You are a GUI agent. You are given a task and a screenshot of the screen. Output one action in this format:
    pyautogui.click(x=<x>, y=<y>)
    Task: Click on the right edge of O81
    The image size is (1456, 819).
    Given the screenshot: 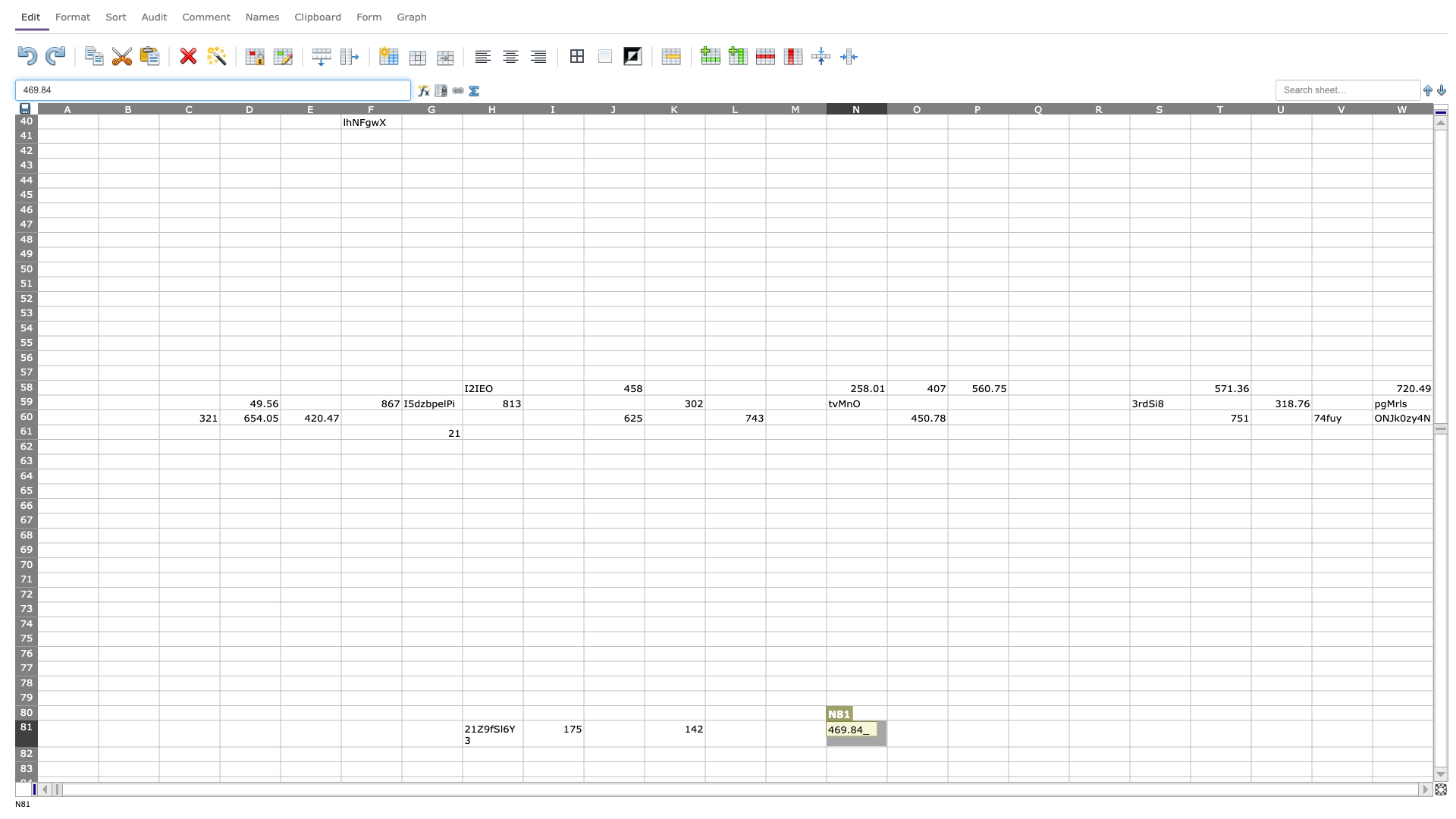 What is the action you would take?
    pyautogui.click(x=946, y=733)
    